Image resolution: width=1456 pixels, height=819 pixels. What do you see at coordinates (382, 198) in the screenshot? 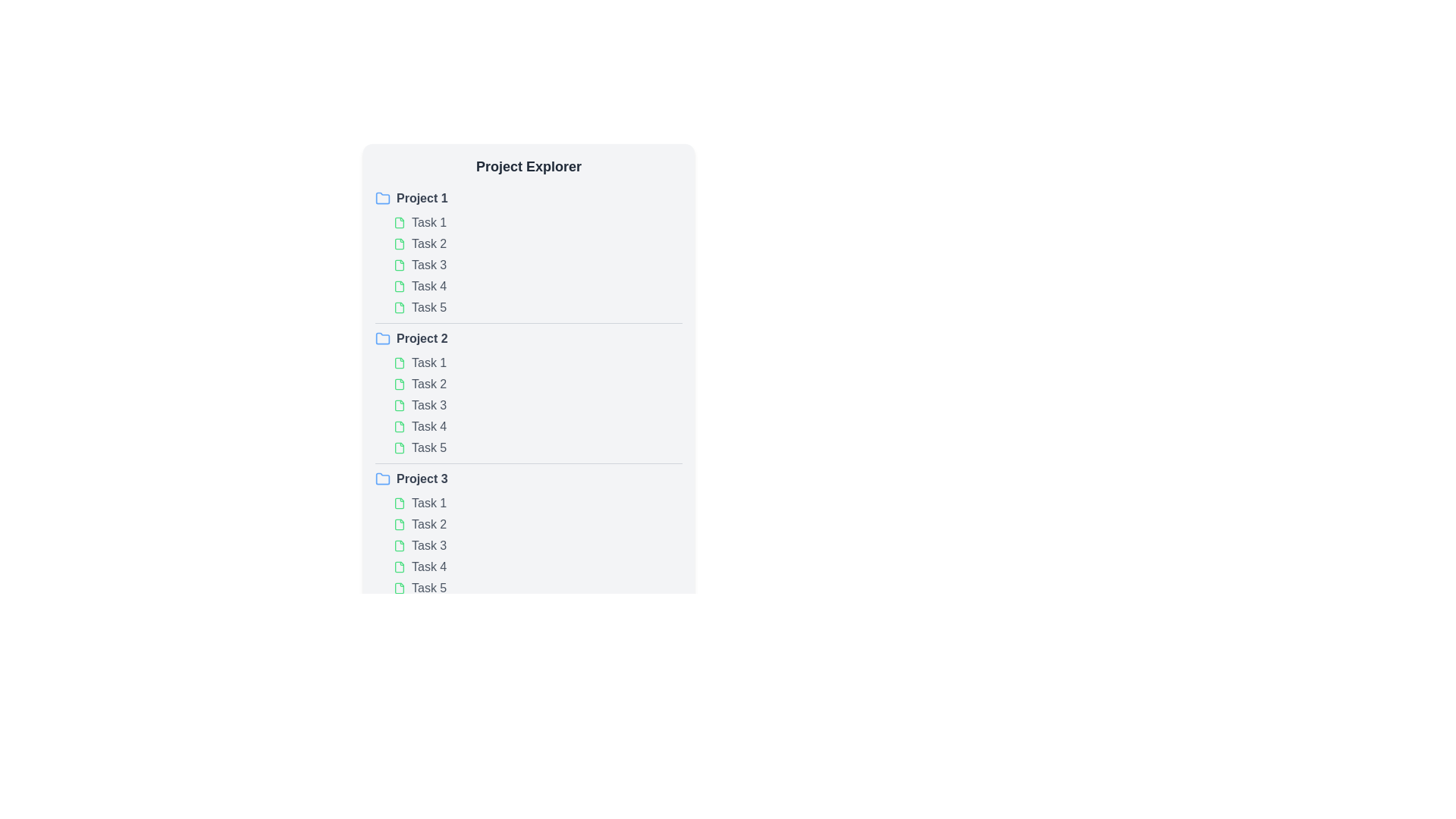
I see `the folder icon representing the 'Project 1' directory` at bounding box center [382, 198].